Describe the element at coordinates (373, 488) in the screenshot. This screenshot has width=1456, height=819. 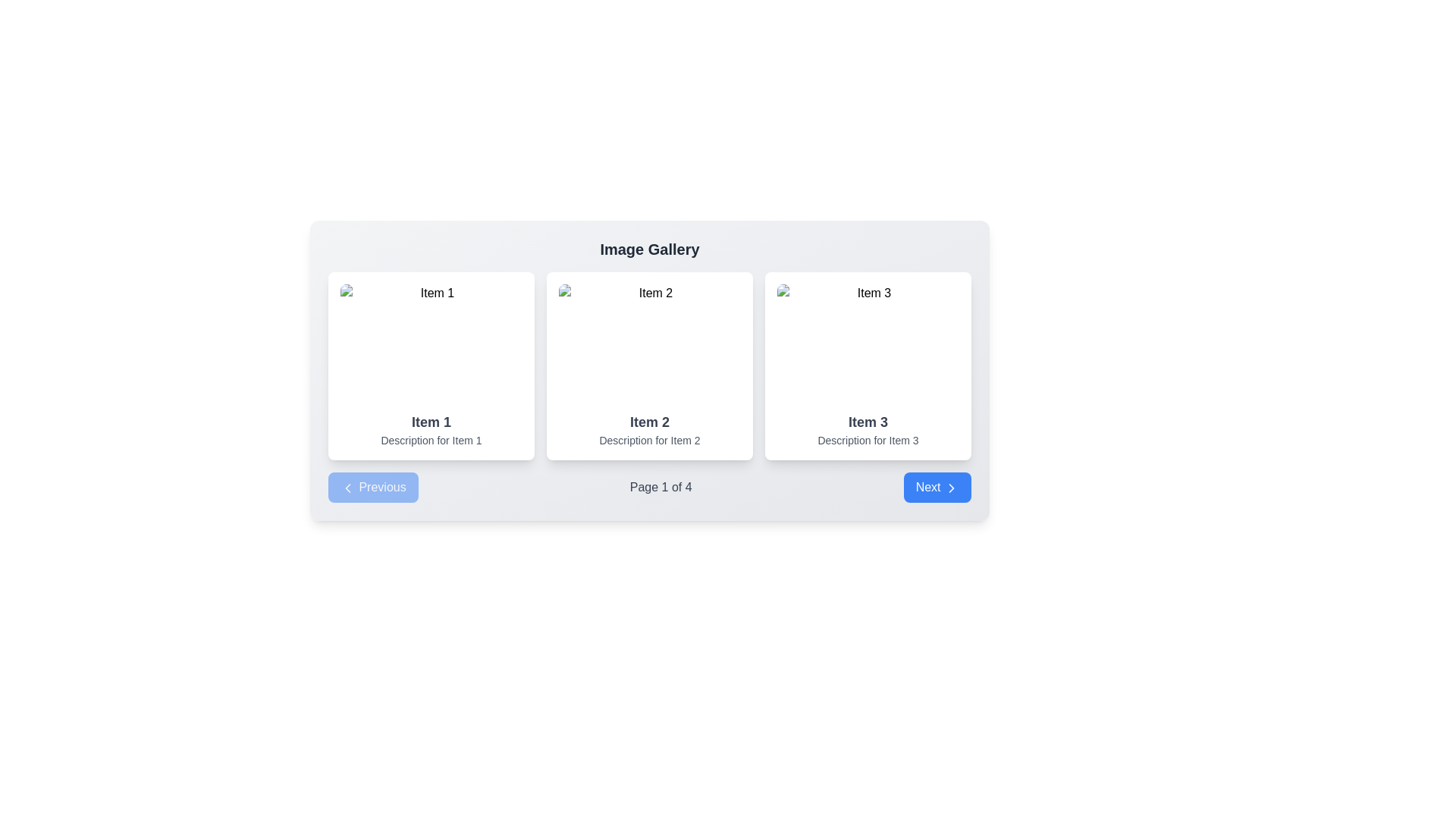
I see `disabled 'Previous Page' button located at the leftmost position in the navigation bar for accessibility hints` at that location.